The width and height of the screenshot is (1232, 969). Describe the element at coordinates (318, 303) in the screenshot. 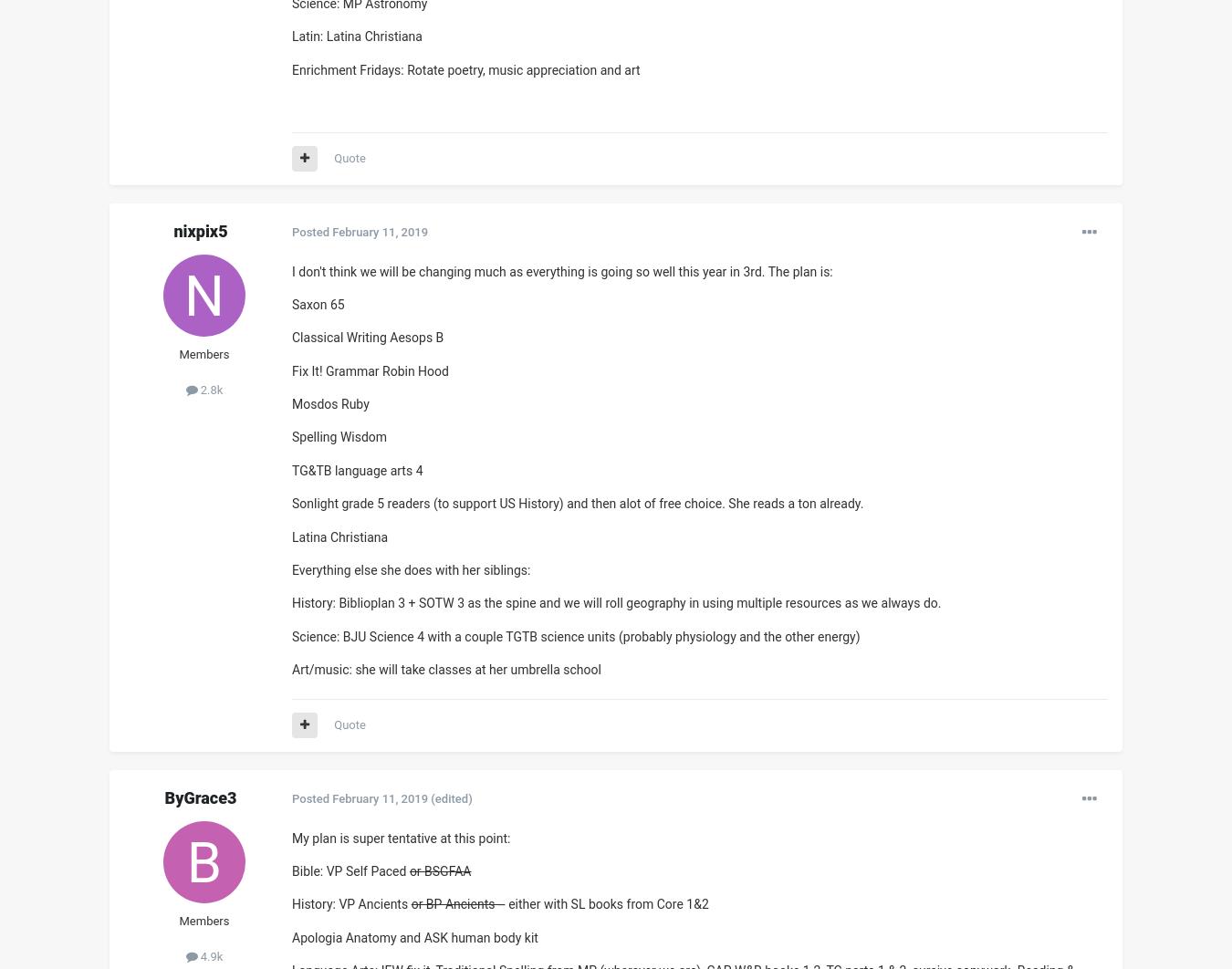

I see `'Saxon 65'` at that location.